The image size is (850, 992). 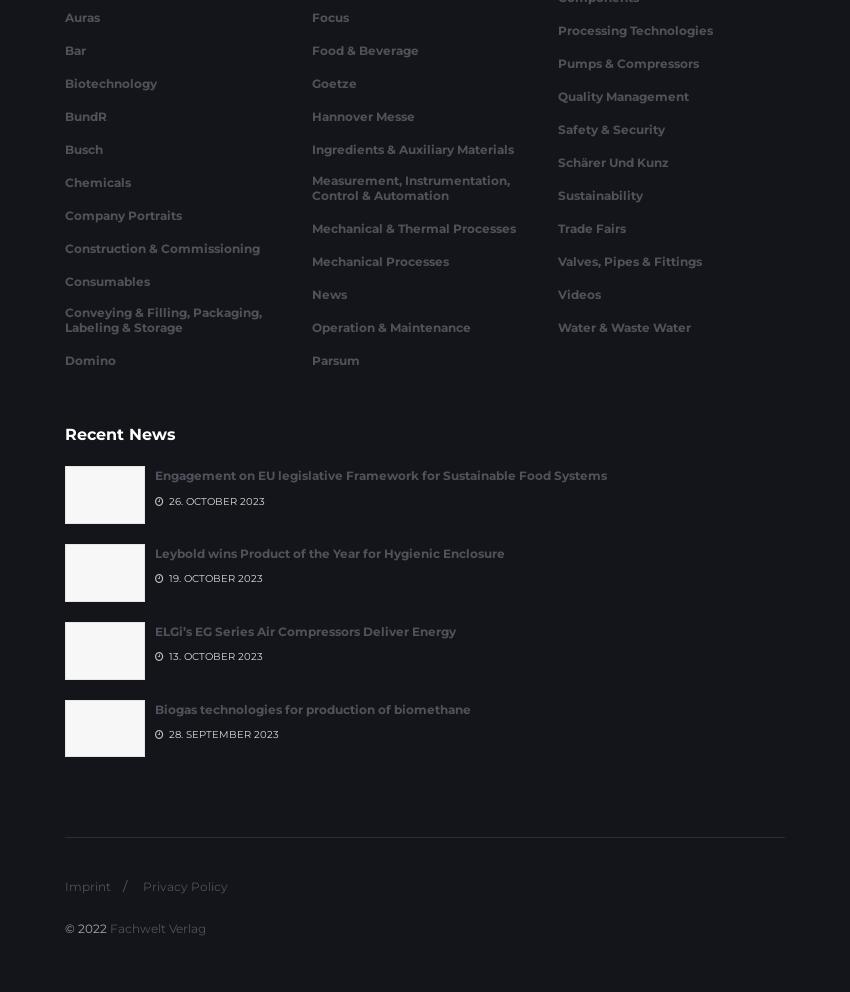 I want to click on 'Busch', so click(x=83, y=255).